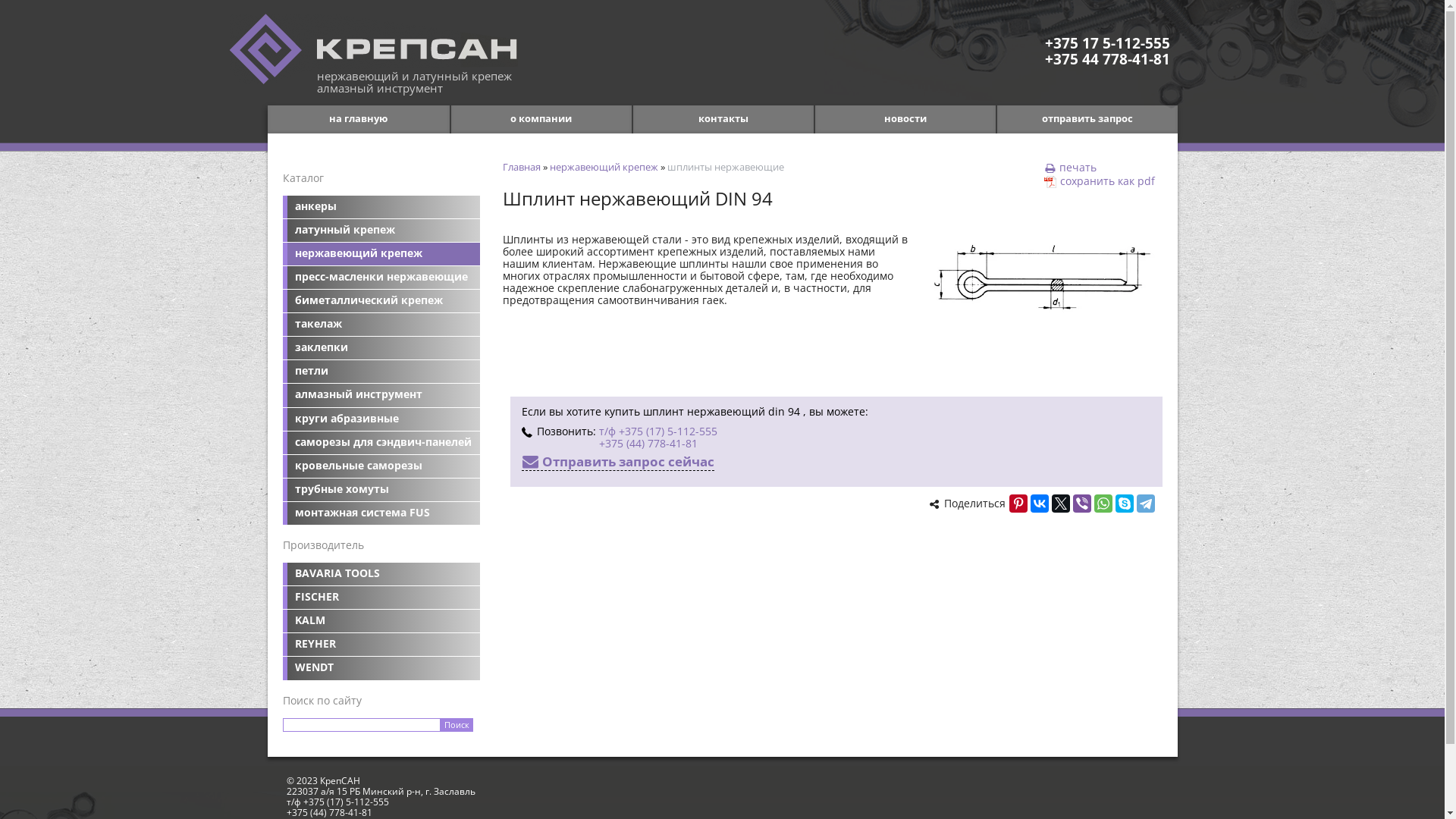 The width and height of the screenshot is (1456, 819). I want to click on '+375 (44) 778-41-81', so click(648, 443).